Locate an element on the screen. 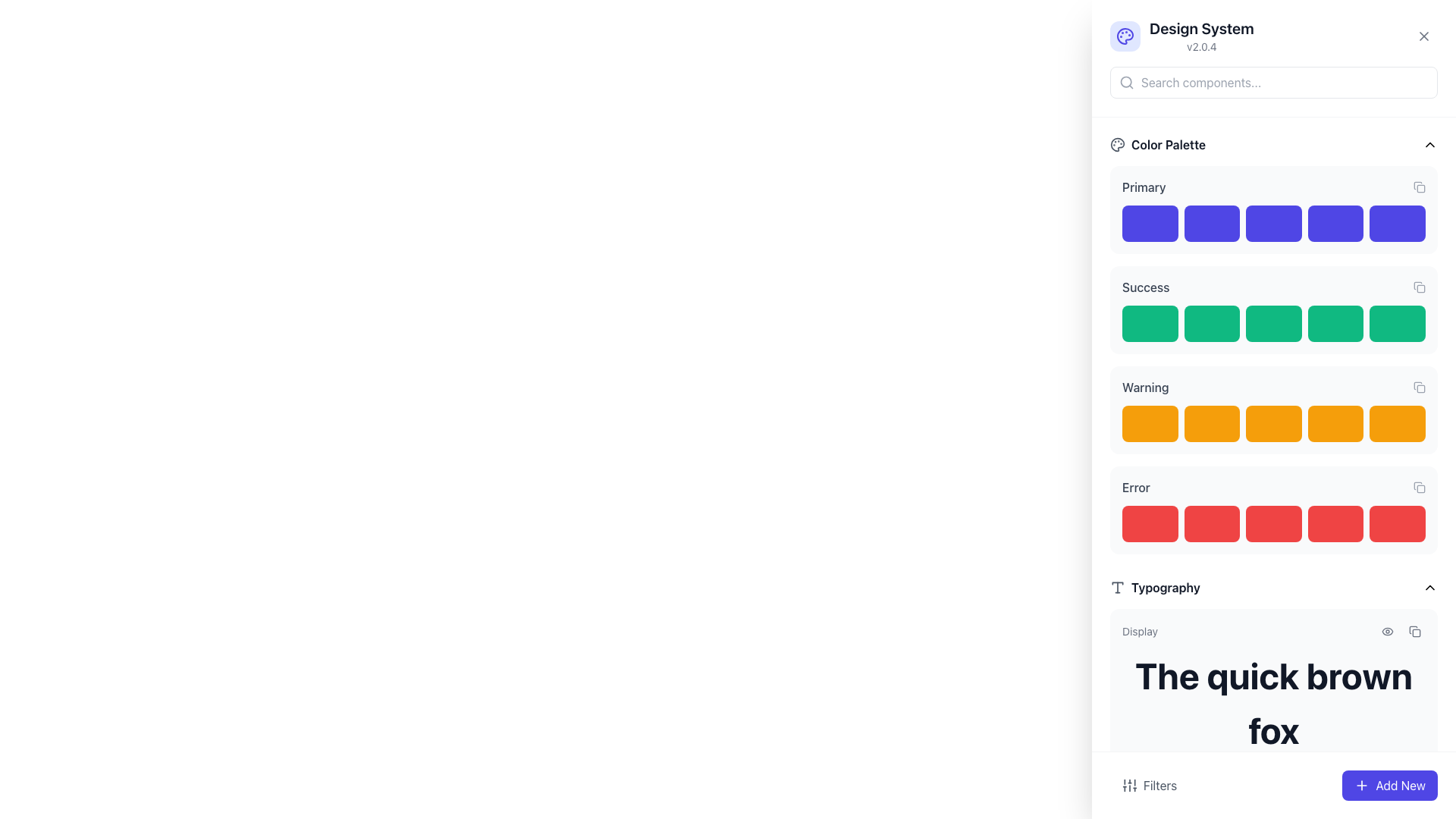 The width and height of the screenshot is (1456, 819). the second color option in the Warning section of the Color Palette is located at coordinates (1211, 424).